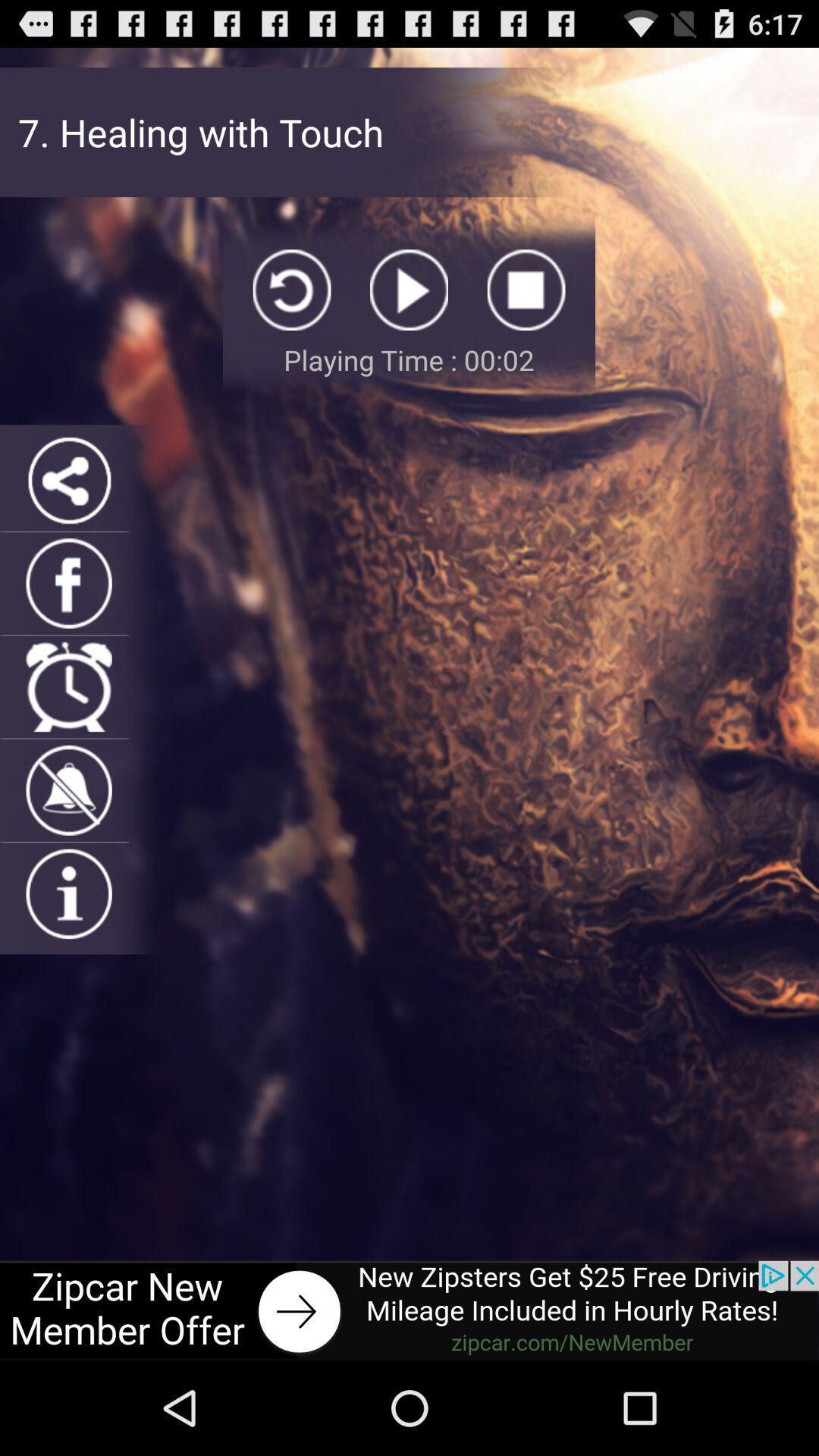 The height and width of the screenshot is (1456, 819). I want to click on share the article, so click(69, 479).